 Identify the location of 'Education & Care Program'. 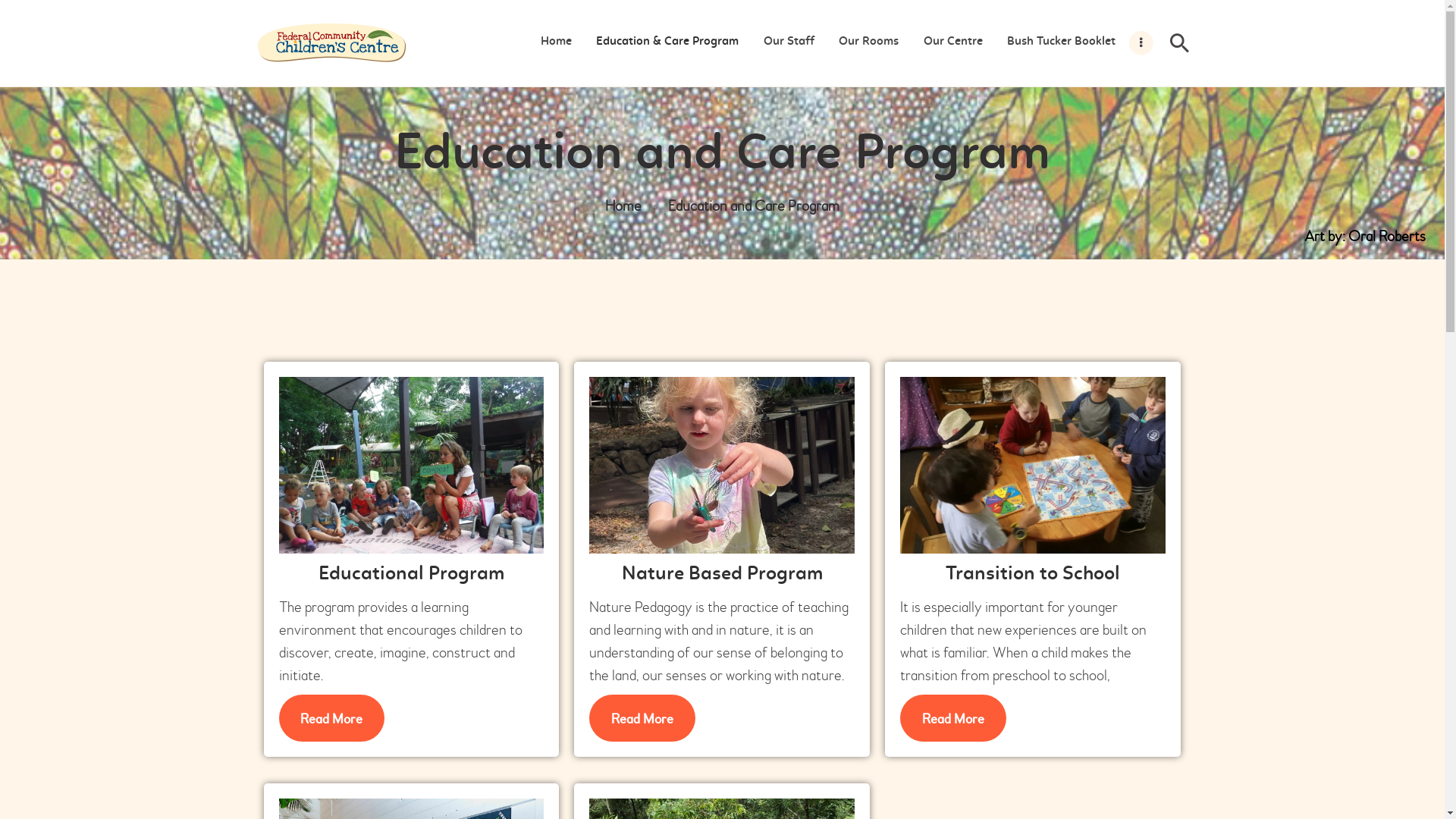
(667, 42).